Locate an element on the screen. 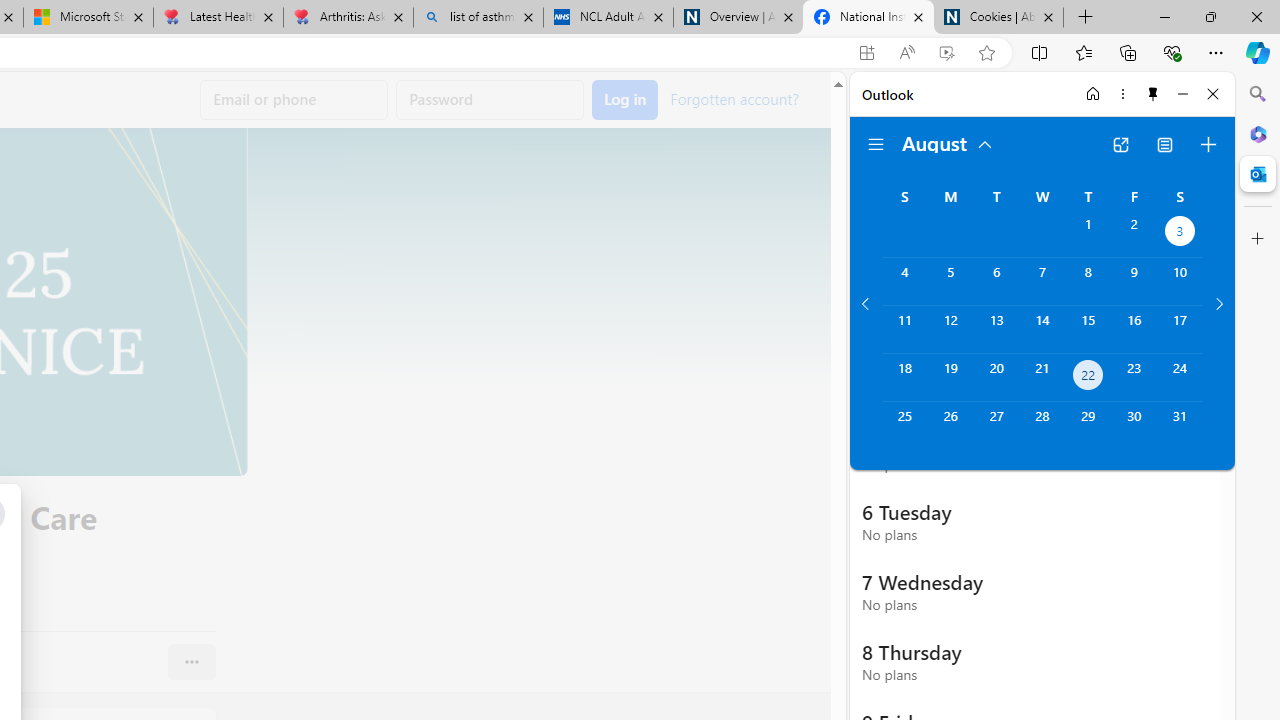 The height and width of the screenshot is (720, 1280). 'Email or phone' is located at coordinates (293, 100).